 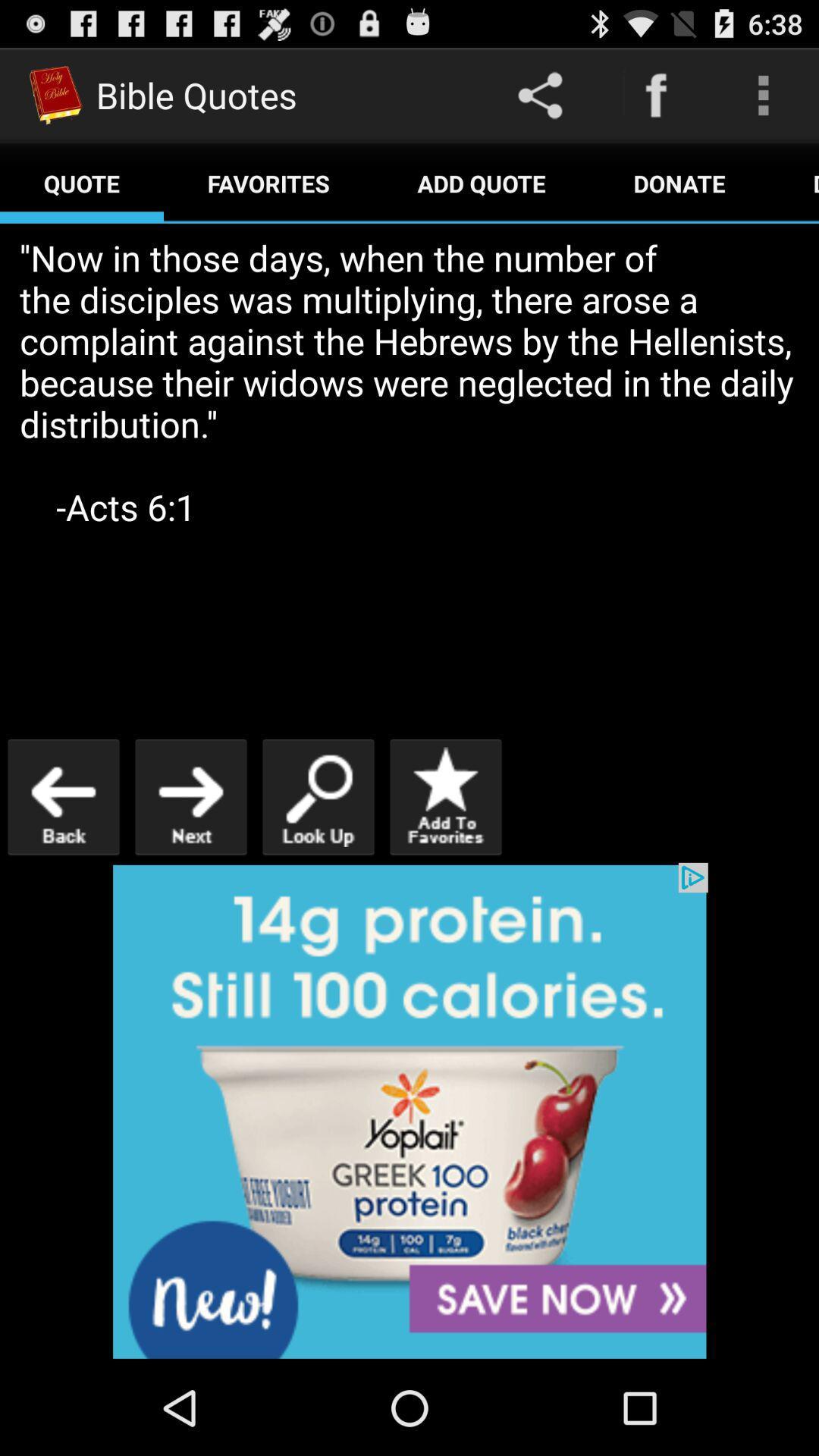 What do you see at coordinates (190, 796) in the screenshot?
I see `go next` at bounding box center [190, 796].